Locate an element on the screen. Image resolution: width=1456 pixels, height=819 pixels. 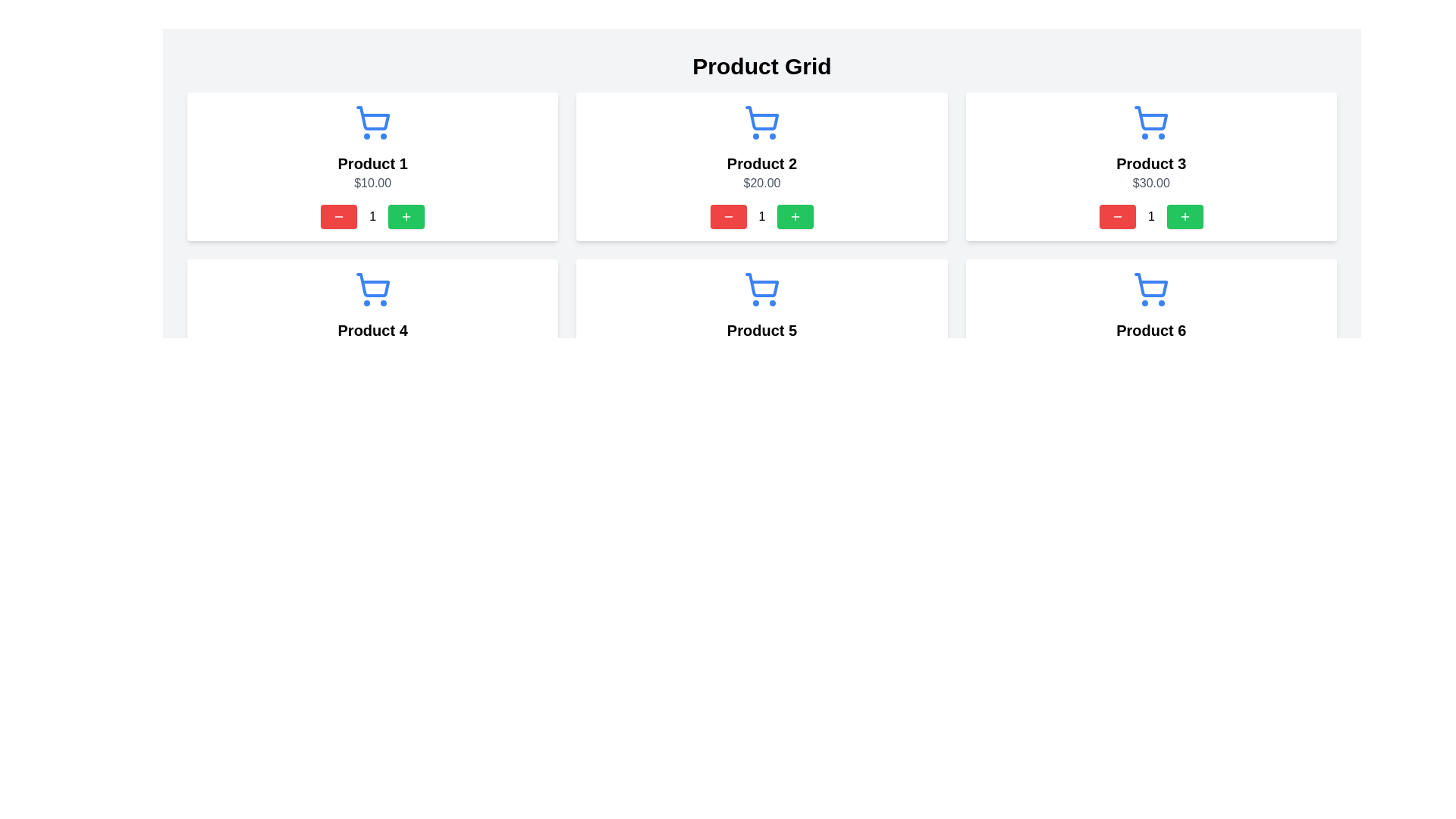
the shopping cart icon with a blue outline and rounded corners, located centered above the product title and price text of 'Product 5' is located at coordinates (761, 289).